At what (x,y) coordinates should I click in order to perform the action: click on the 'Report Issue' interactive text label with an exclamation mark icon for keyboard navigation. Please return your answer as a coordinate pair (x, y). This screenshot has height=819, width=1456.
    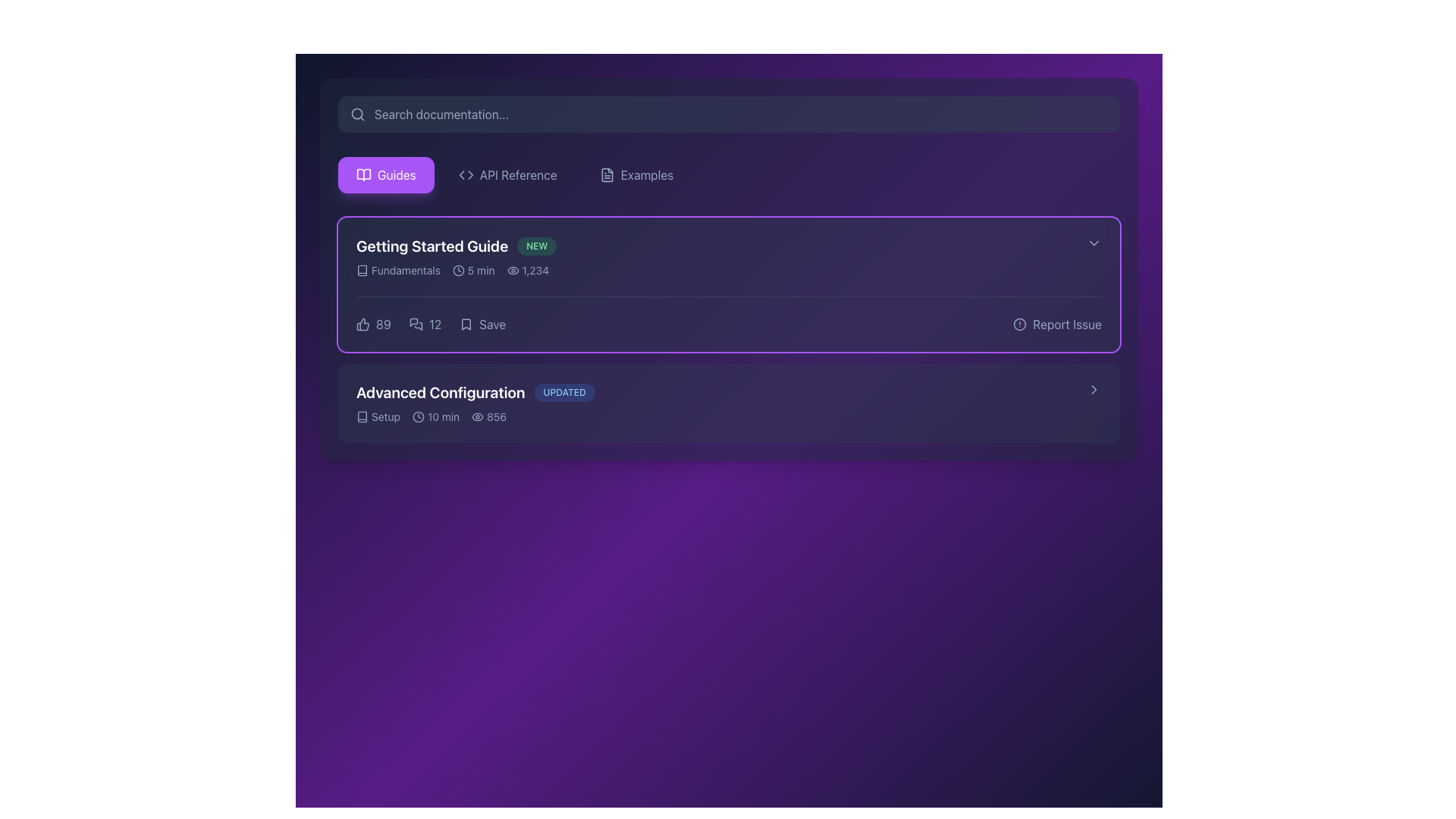
    Looking at the image, I should click on (1056, 324).